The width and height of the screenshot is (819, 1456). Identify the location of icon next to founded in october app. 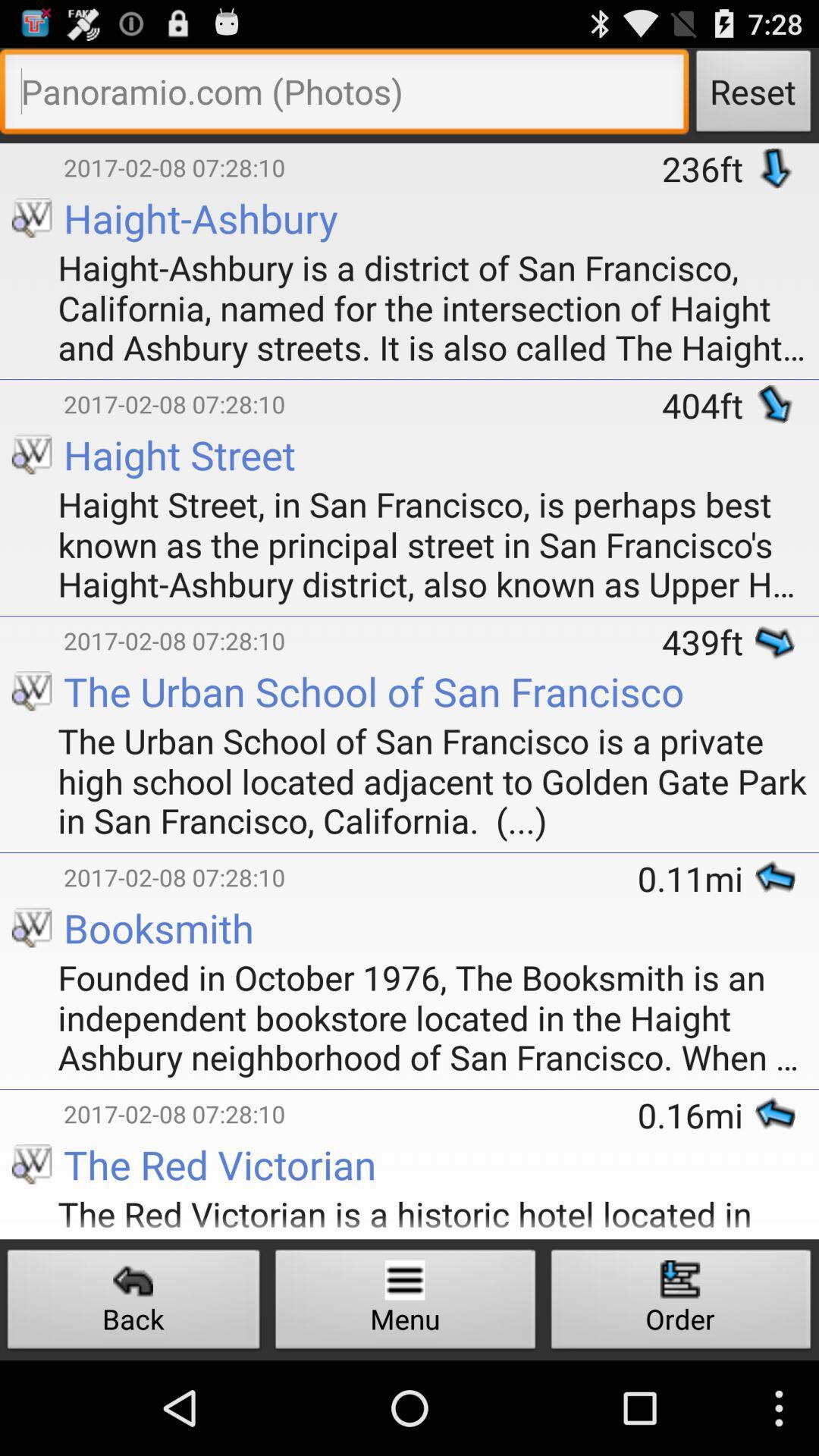
(14, 955).